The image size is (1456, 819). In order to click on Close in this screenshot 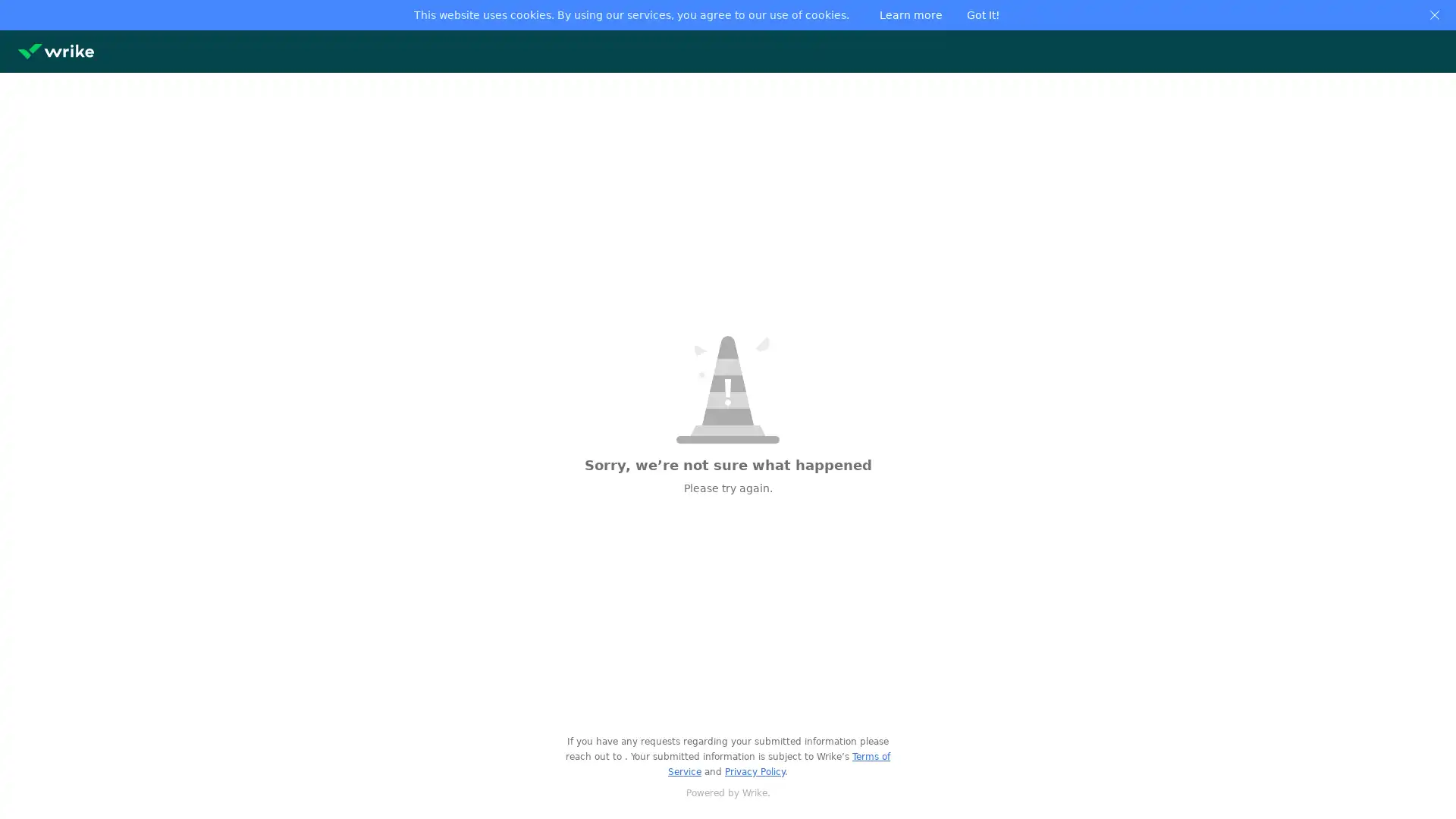, I will do `click(1433, 14)`.